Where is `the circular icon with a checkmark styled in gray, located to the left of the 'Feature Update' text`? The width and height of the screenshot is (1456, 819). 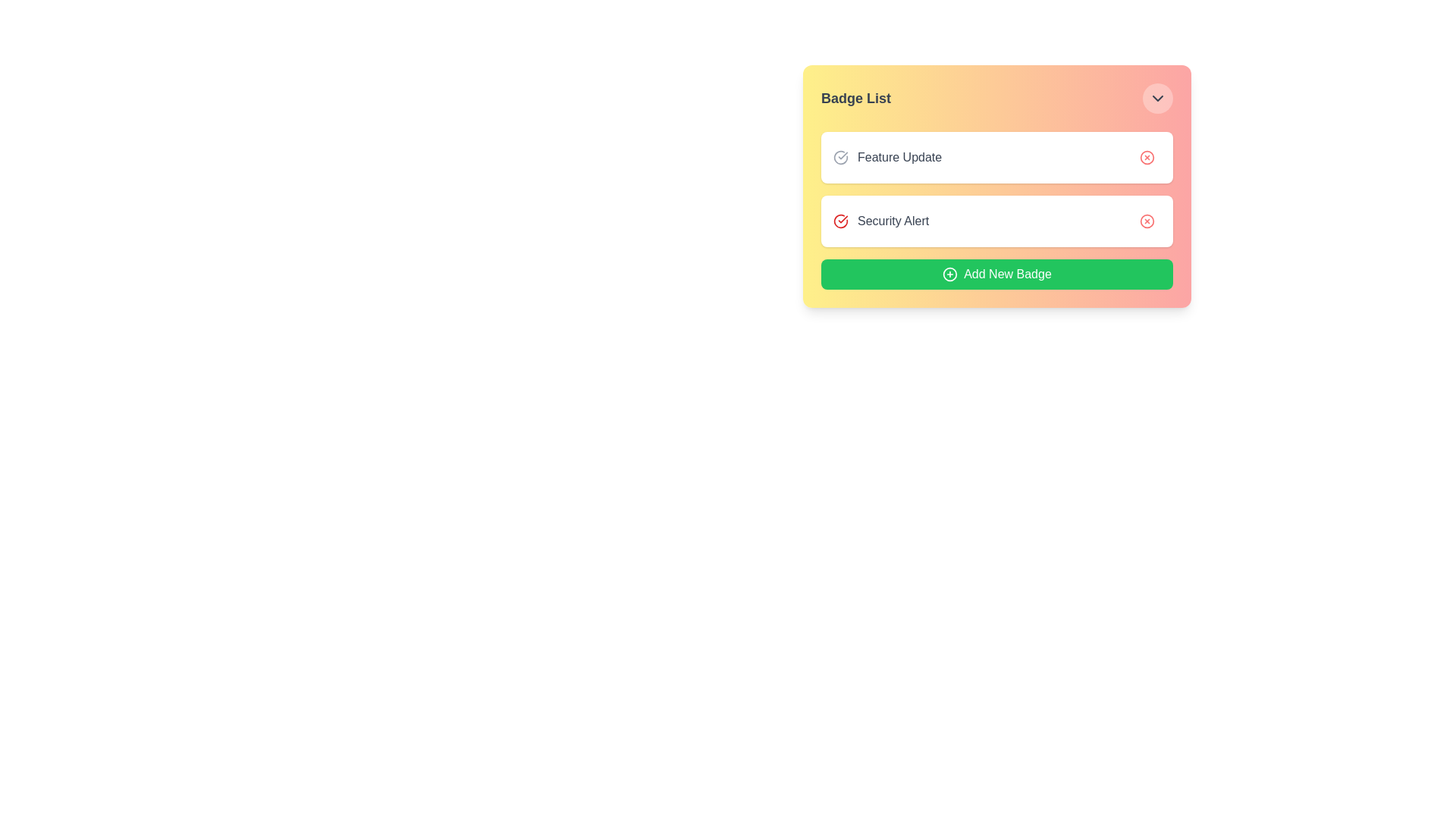 the circular icon with a checkmark styled in gray, located to the left of the 'Feature Update' text is located at coordinates (839, 158).